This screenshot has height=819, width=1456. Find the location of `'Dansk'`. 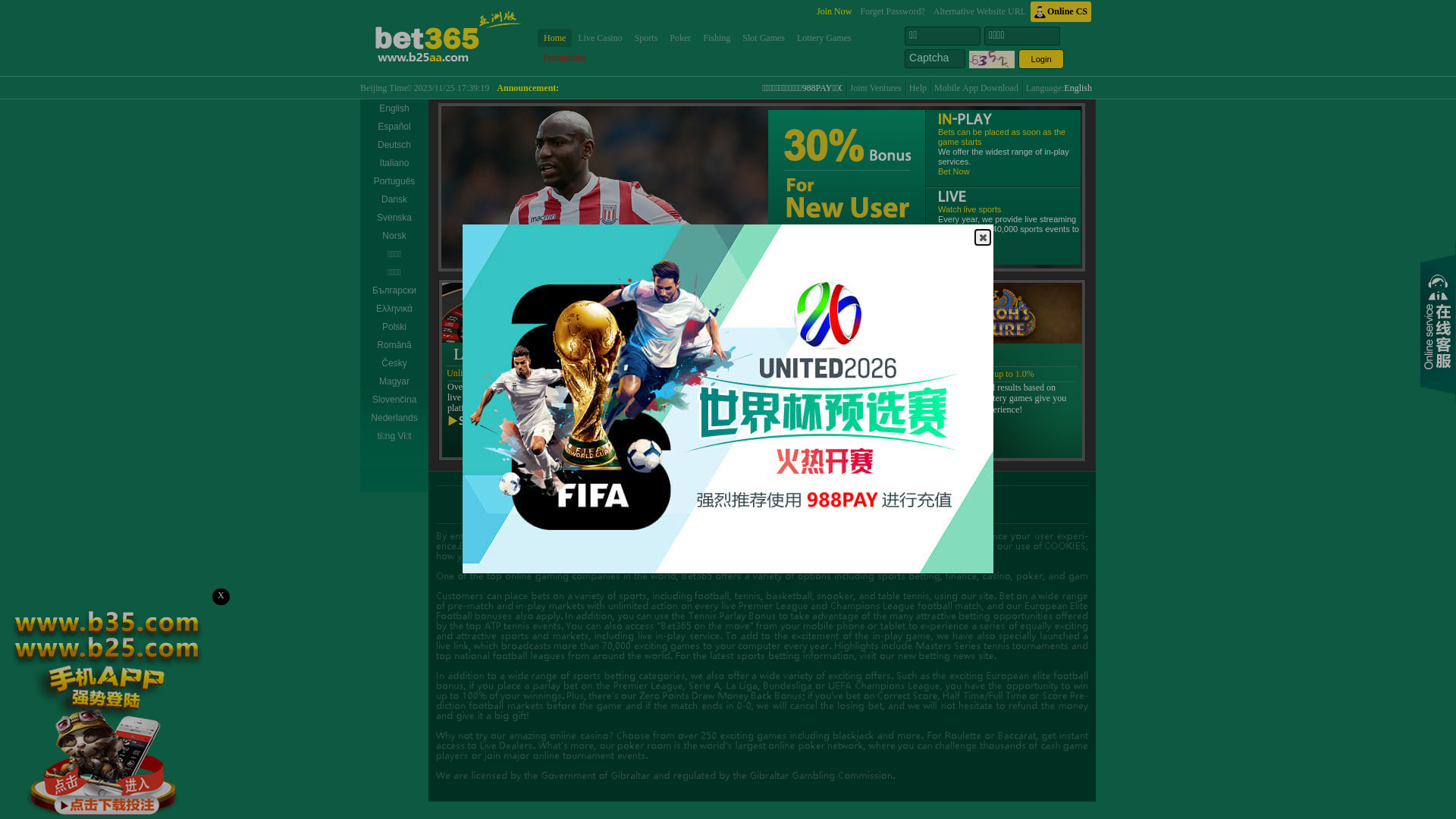

'Dansk' is located at coordinates (394, 198).